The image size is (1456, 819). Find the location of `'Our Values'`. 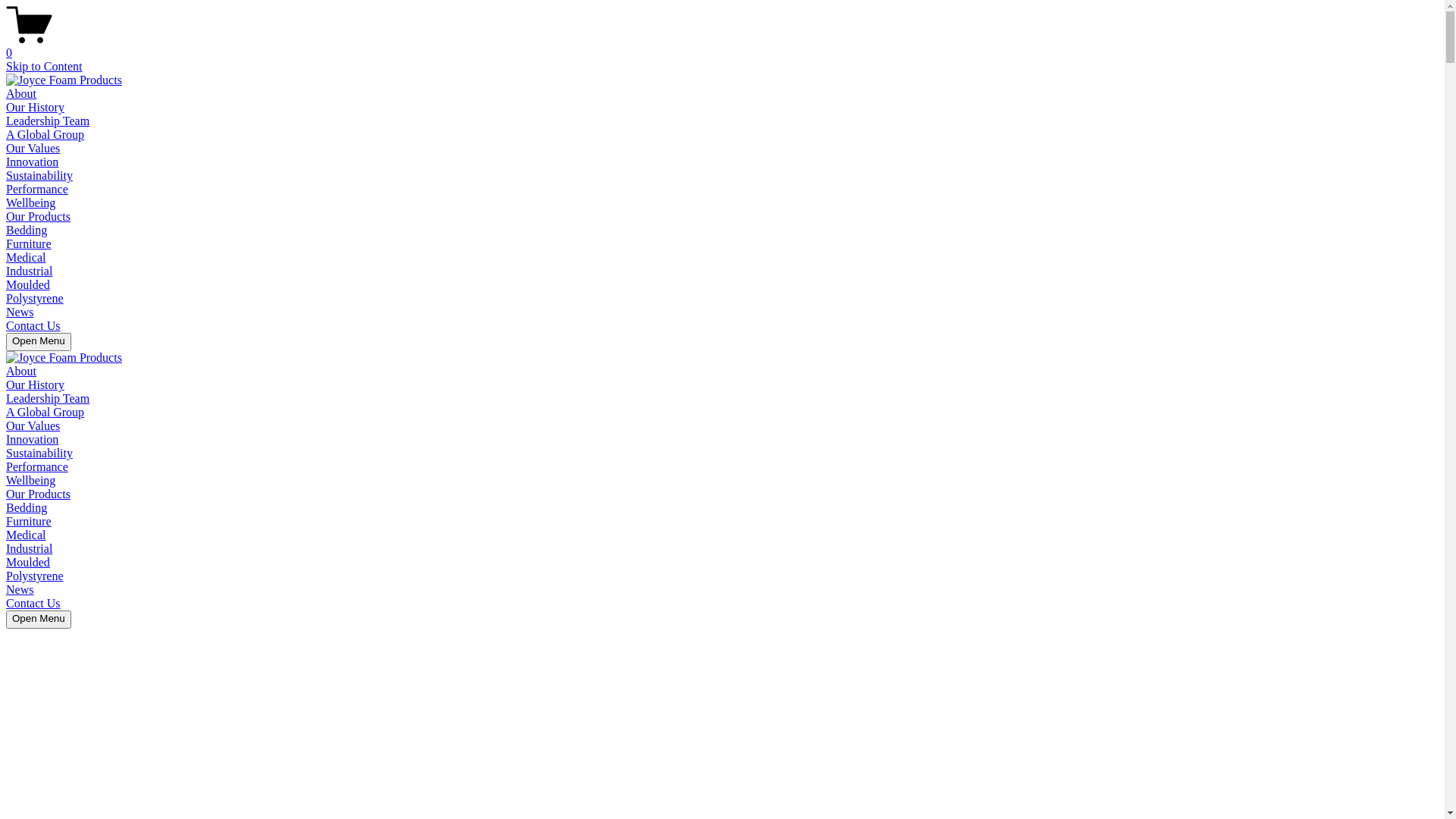

'Our Values' is located at coordinates (33, 148).